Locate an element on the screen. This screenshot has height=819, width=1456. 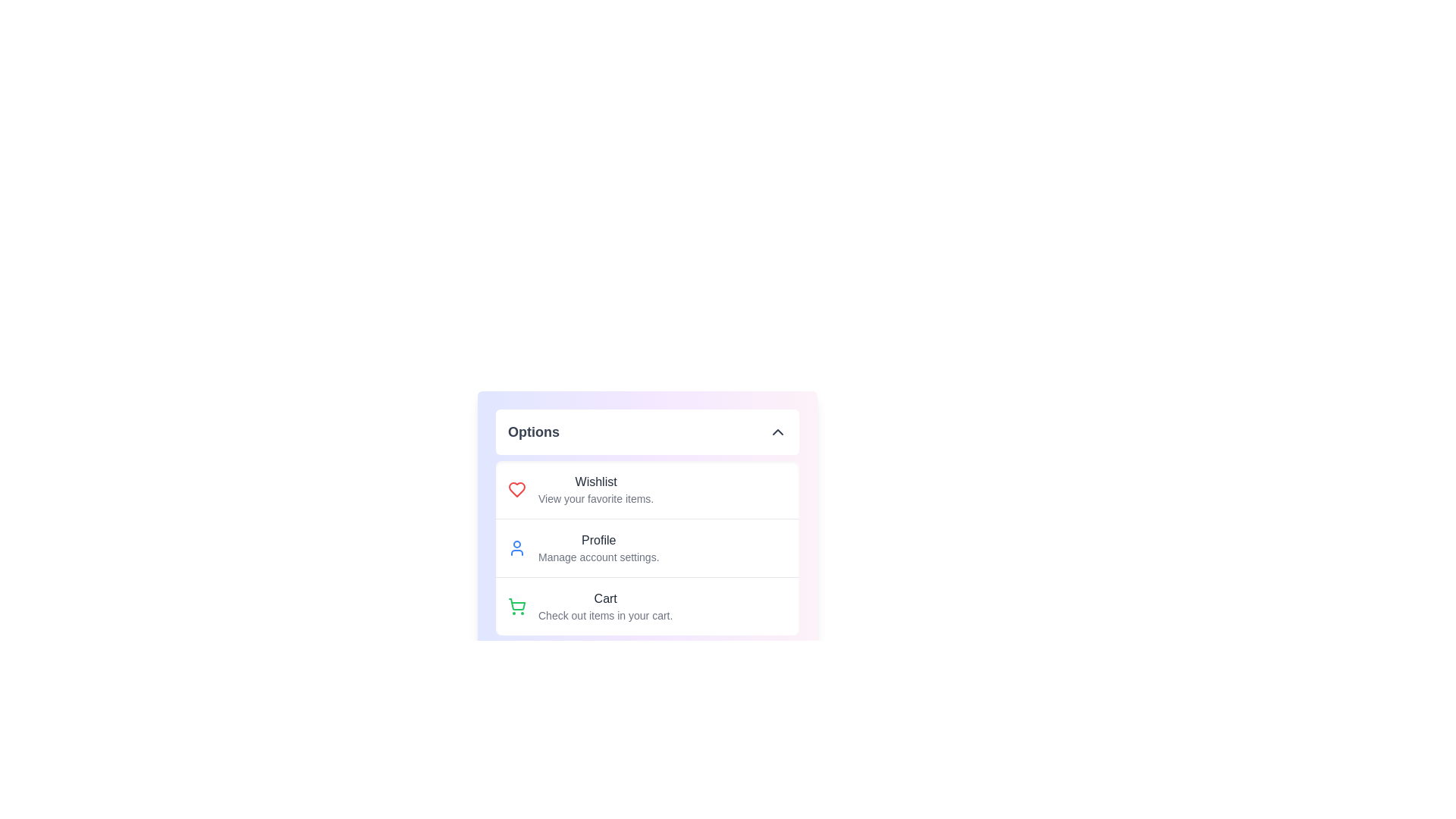
the 'Wishlist' menu item to view your favorite items is located at coordinates (595, 482).